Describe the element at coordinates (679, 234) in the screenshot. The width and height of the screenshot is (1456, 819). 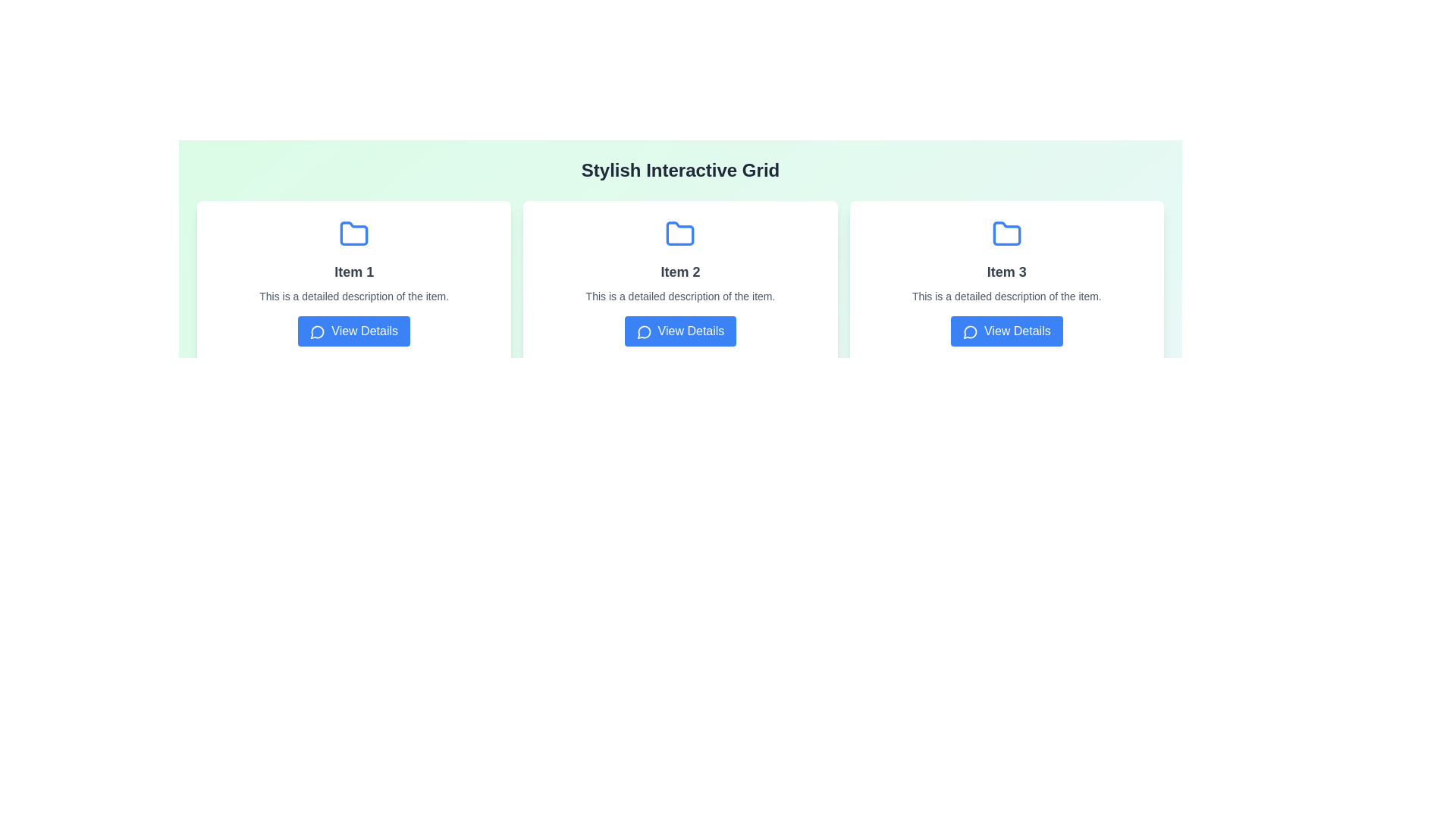
I see `the bright blue folder icon located at the top of the 'Item 2' card, positioned above the 'Item 2' label` at that location.